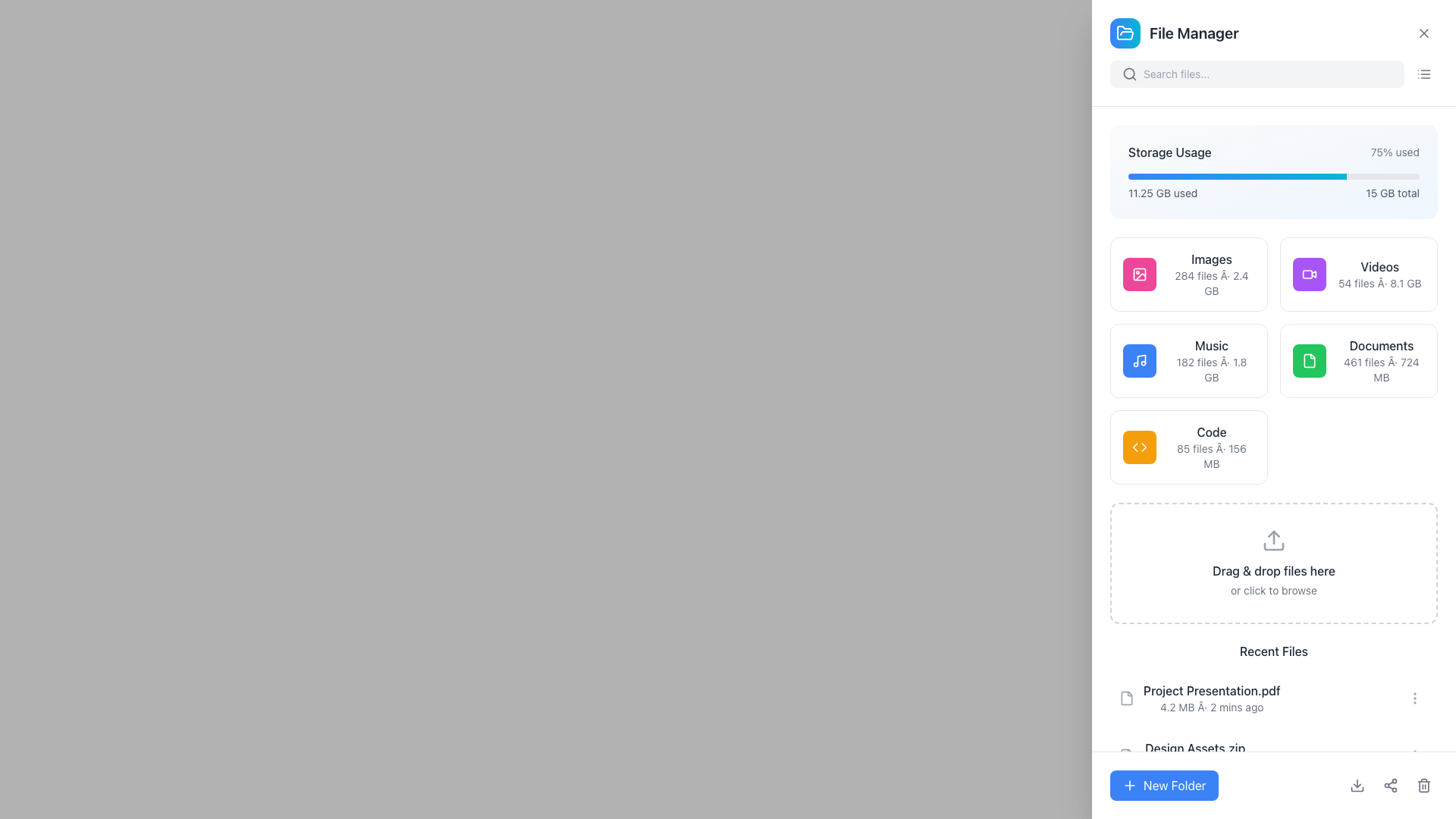  What do you see at coordinates (1395, 152) in the screenshot?
I see `the Label/Text Information that displays the percentage value of used storage, located in the top-right area of the 'Storage Usage' section, right of the 'Storage Usage' label and above the progress bar` at bounding box center [1395, 152].